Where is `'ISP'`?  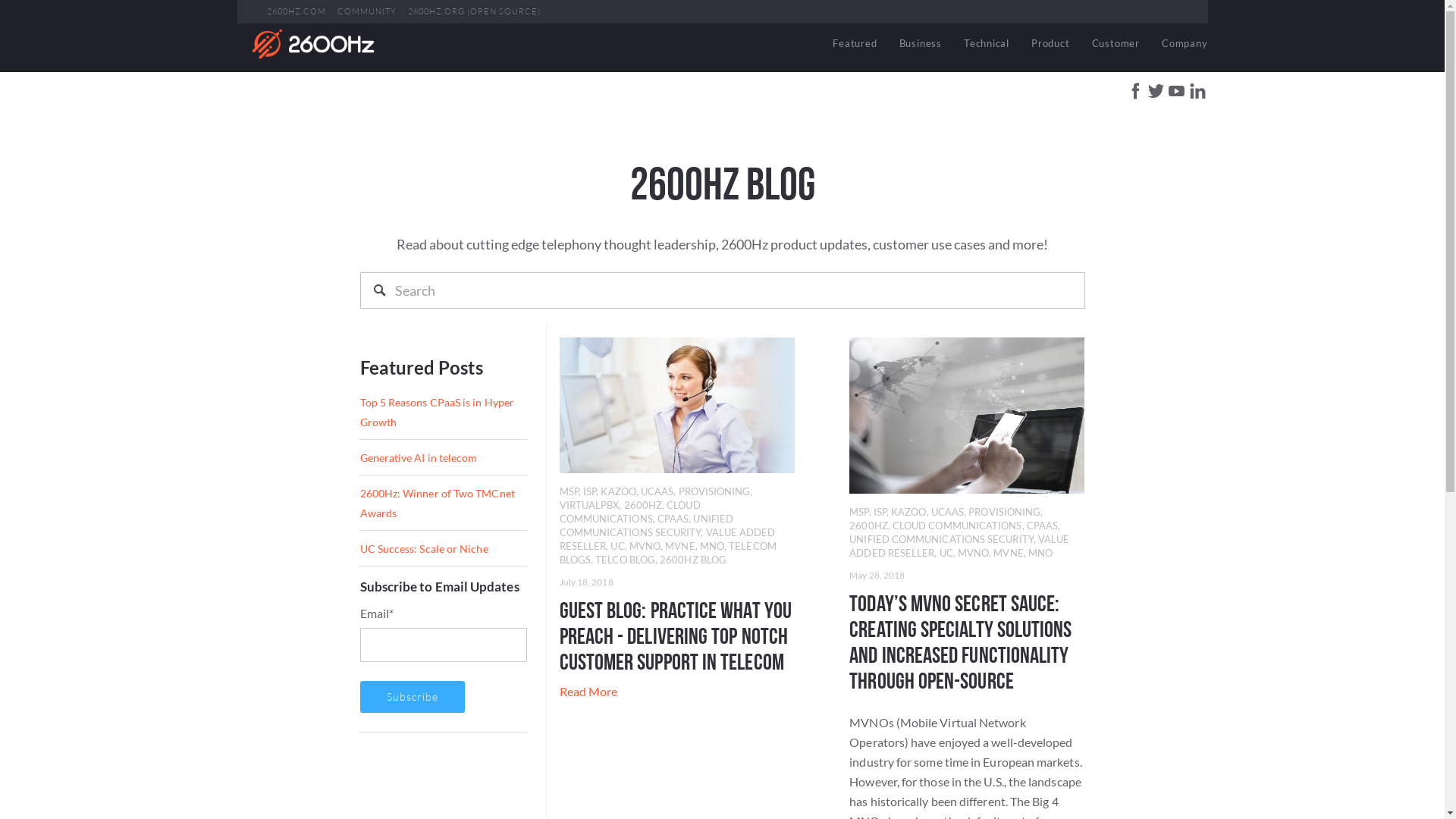
'ISP' is located at coordinates (582, 491).